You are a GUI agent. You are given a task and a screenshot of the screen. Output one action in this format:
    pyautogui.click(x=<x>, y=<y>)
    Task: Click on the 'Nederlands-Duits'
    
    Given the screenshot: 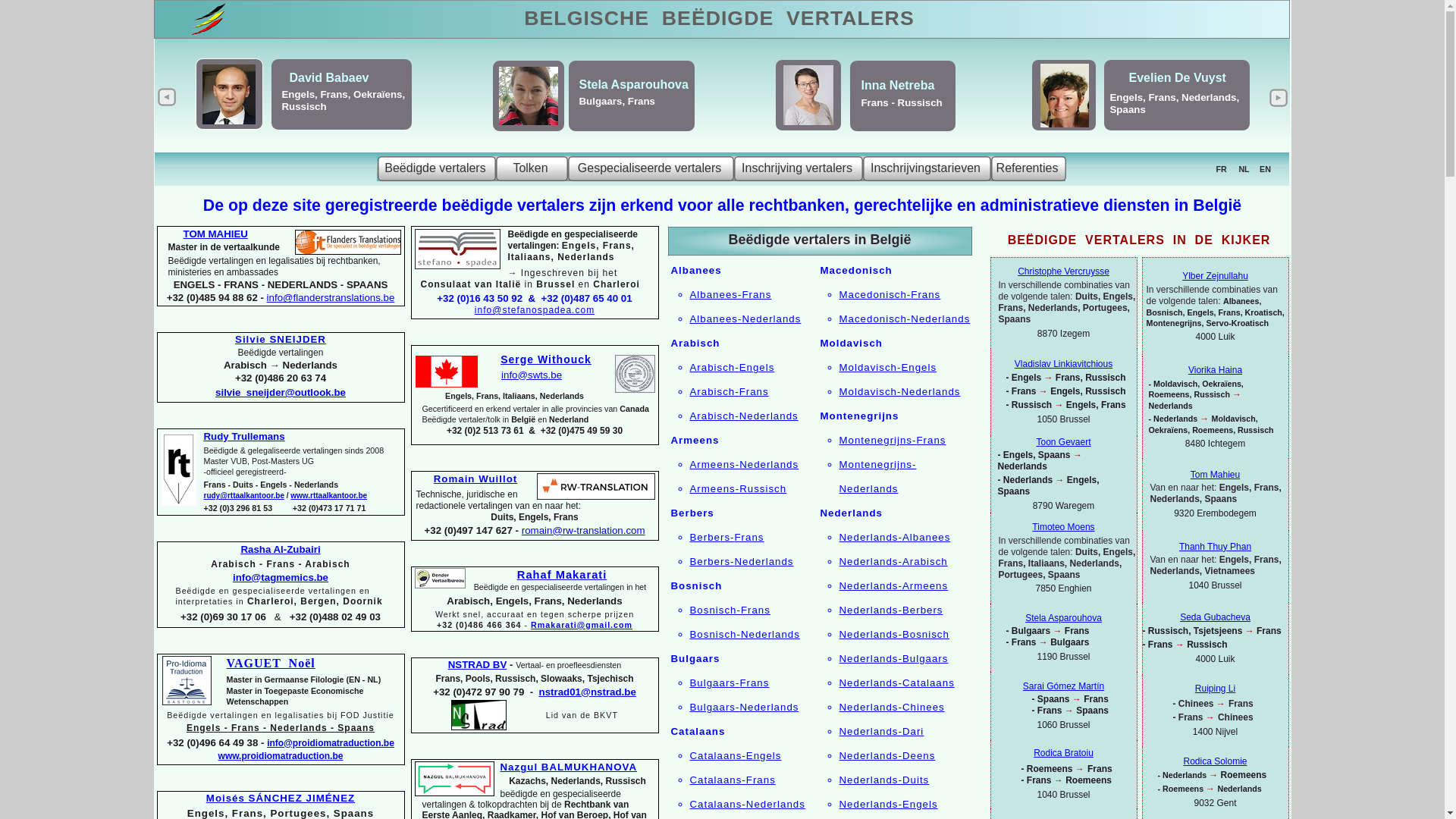 What is the action you would take?
    pyautogui.click(x=883, y=780)
    